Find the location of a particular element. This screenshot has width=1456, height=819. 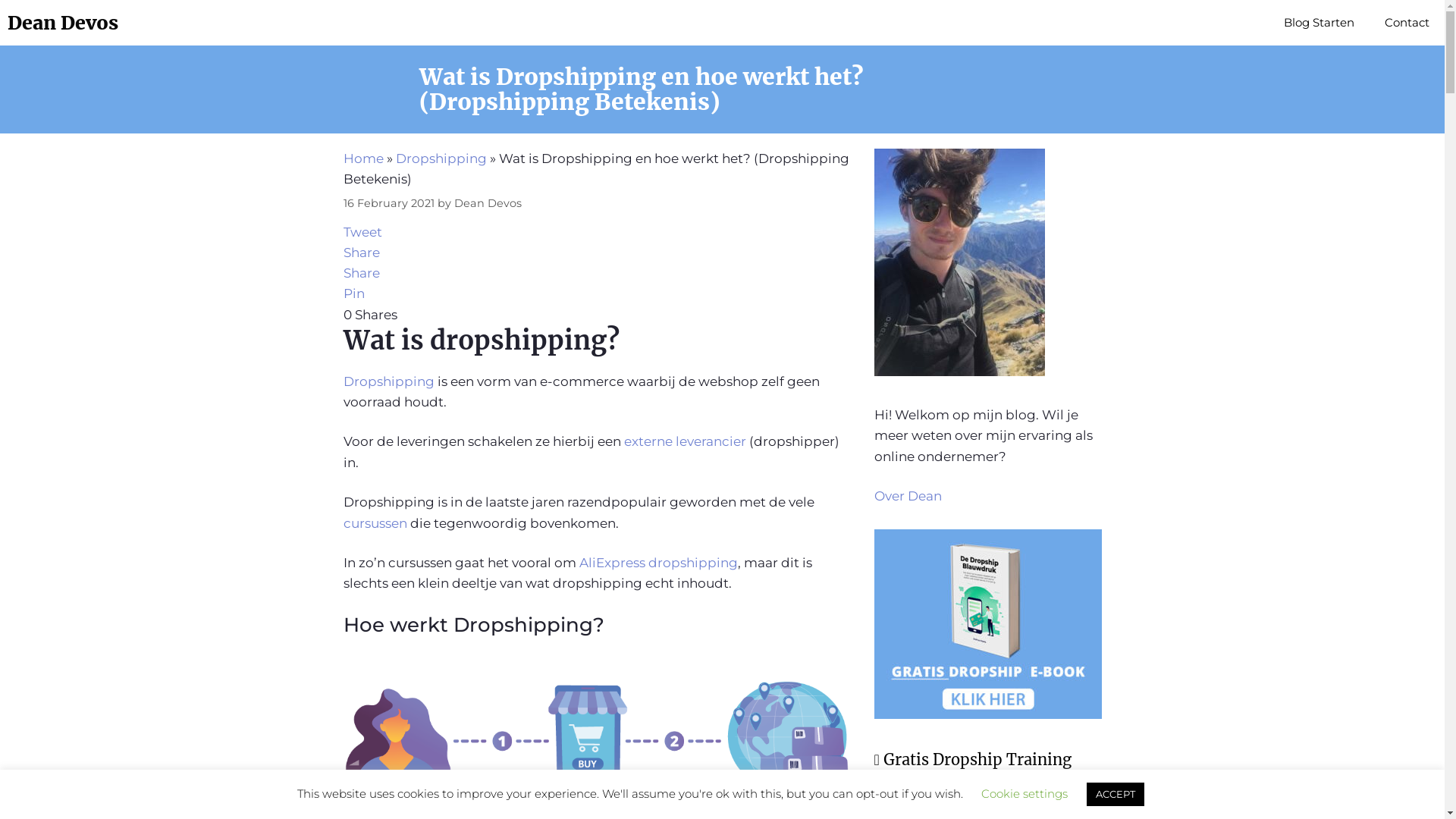

'AliExpress dropshipping' is located at coordinates (658, 562).